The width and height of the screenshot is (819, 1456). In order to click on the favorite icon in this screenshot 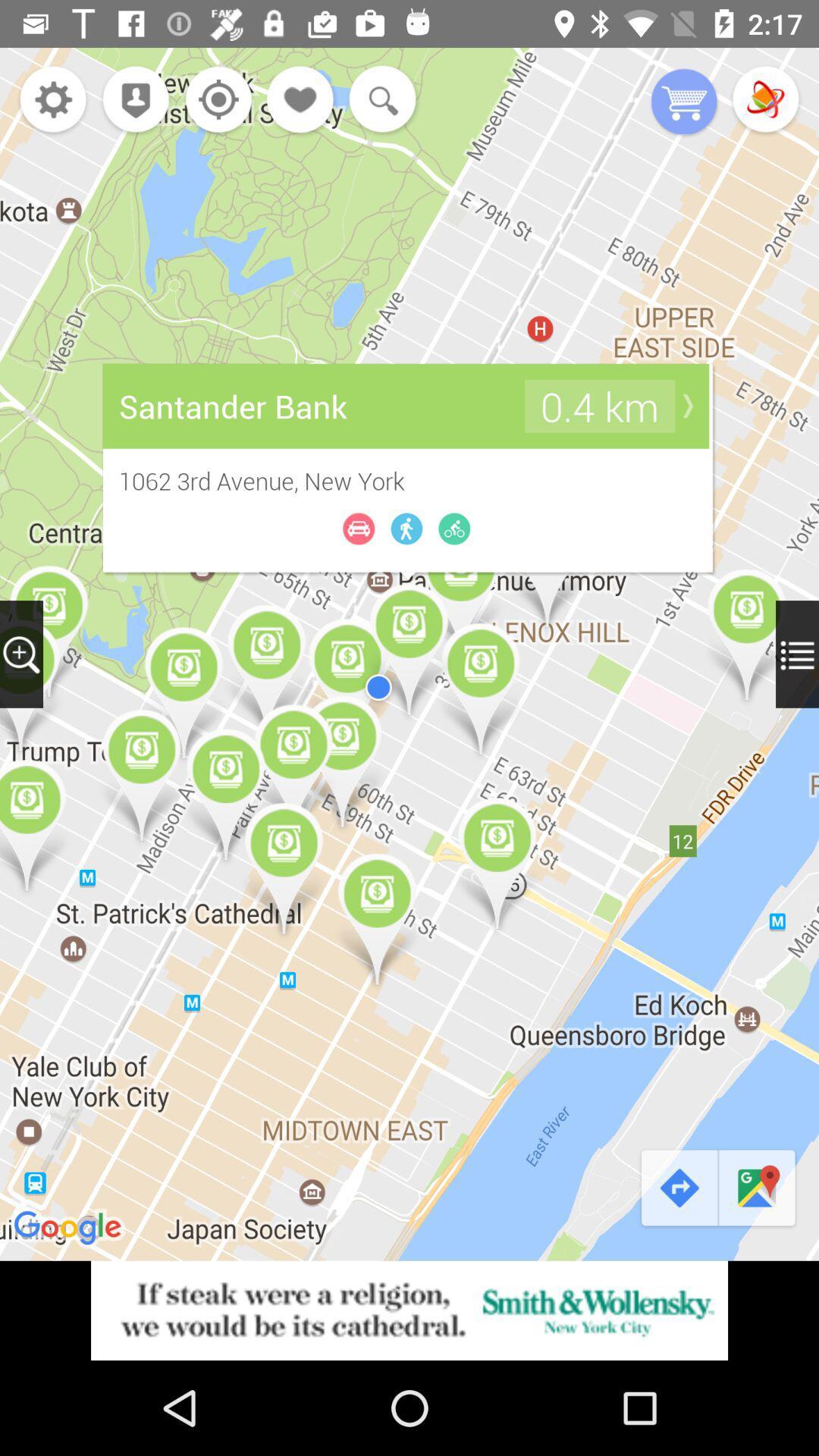, I will do `click(301, 100)`.